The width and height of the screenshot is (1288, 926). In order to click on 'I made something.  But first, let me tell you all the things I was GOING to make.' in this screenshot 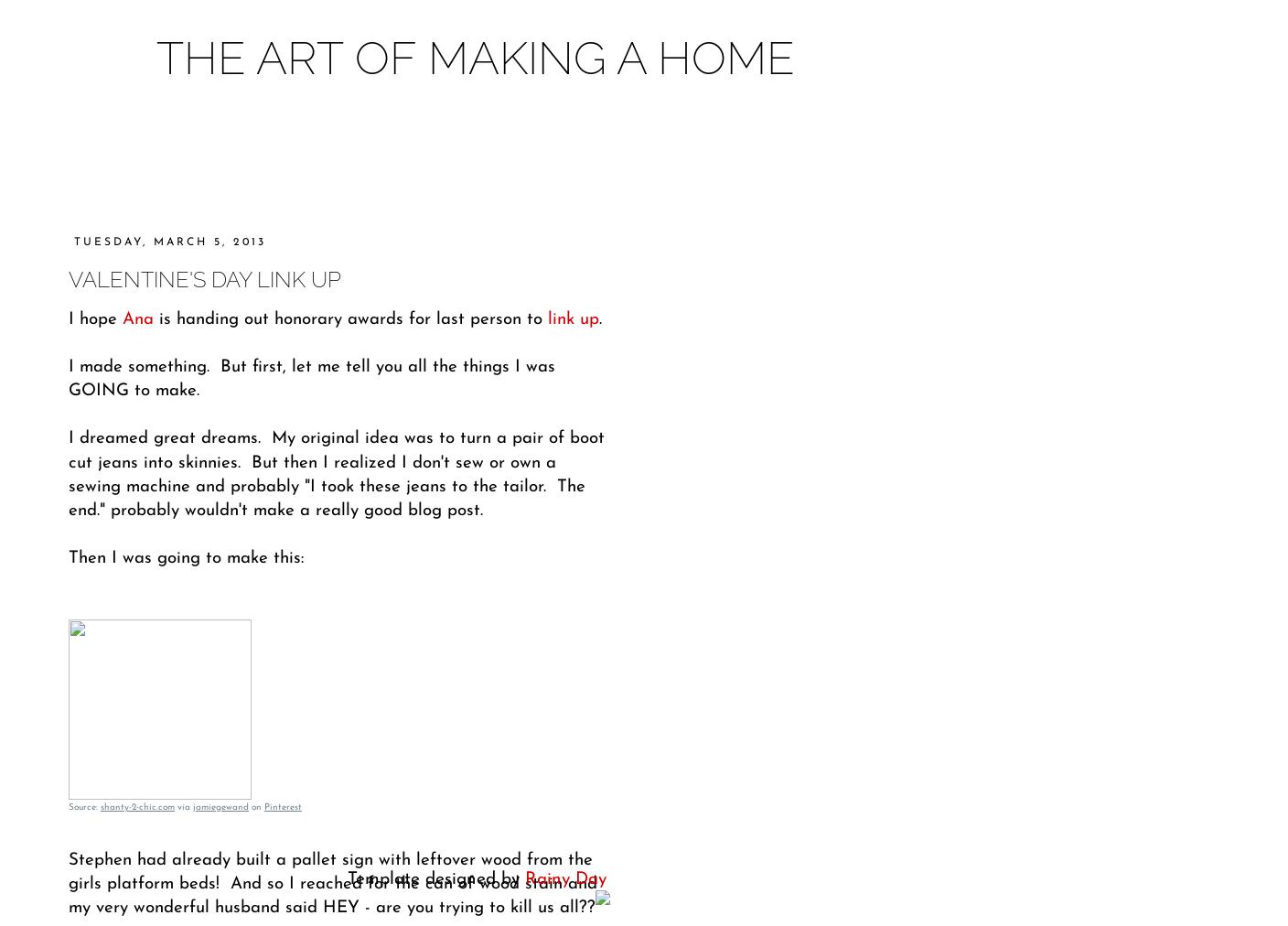, I will do `click(312, 379)`.